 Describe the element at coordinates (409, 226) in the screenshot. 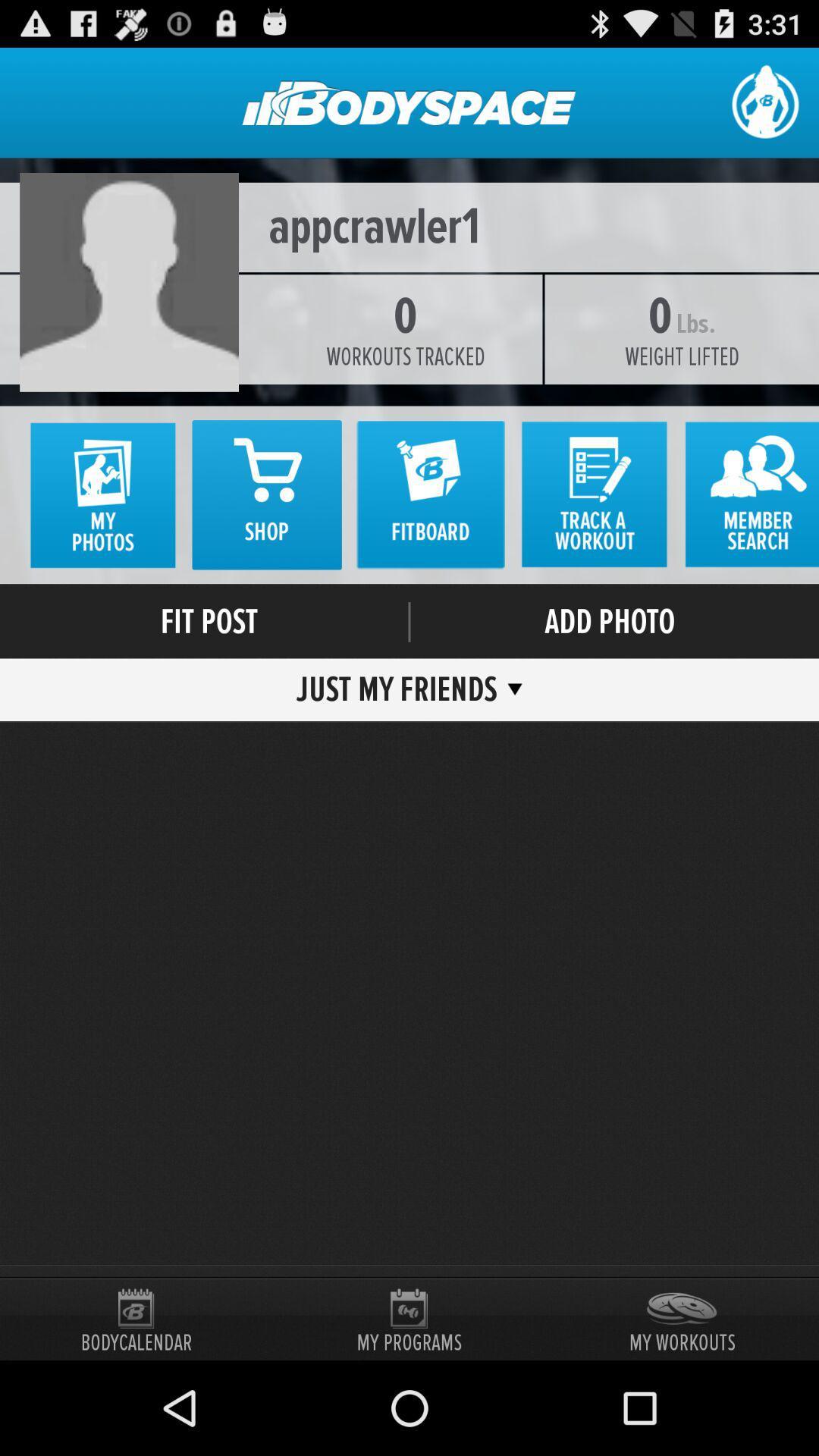

I see `appcrawler1 item` at that location.